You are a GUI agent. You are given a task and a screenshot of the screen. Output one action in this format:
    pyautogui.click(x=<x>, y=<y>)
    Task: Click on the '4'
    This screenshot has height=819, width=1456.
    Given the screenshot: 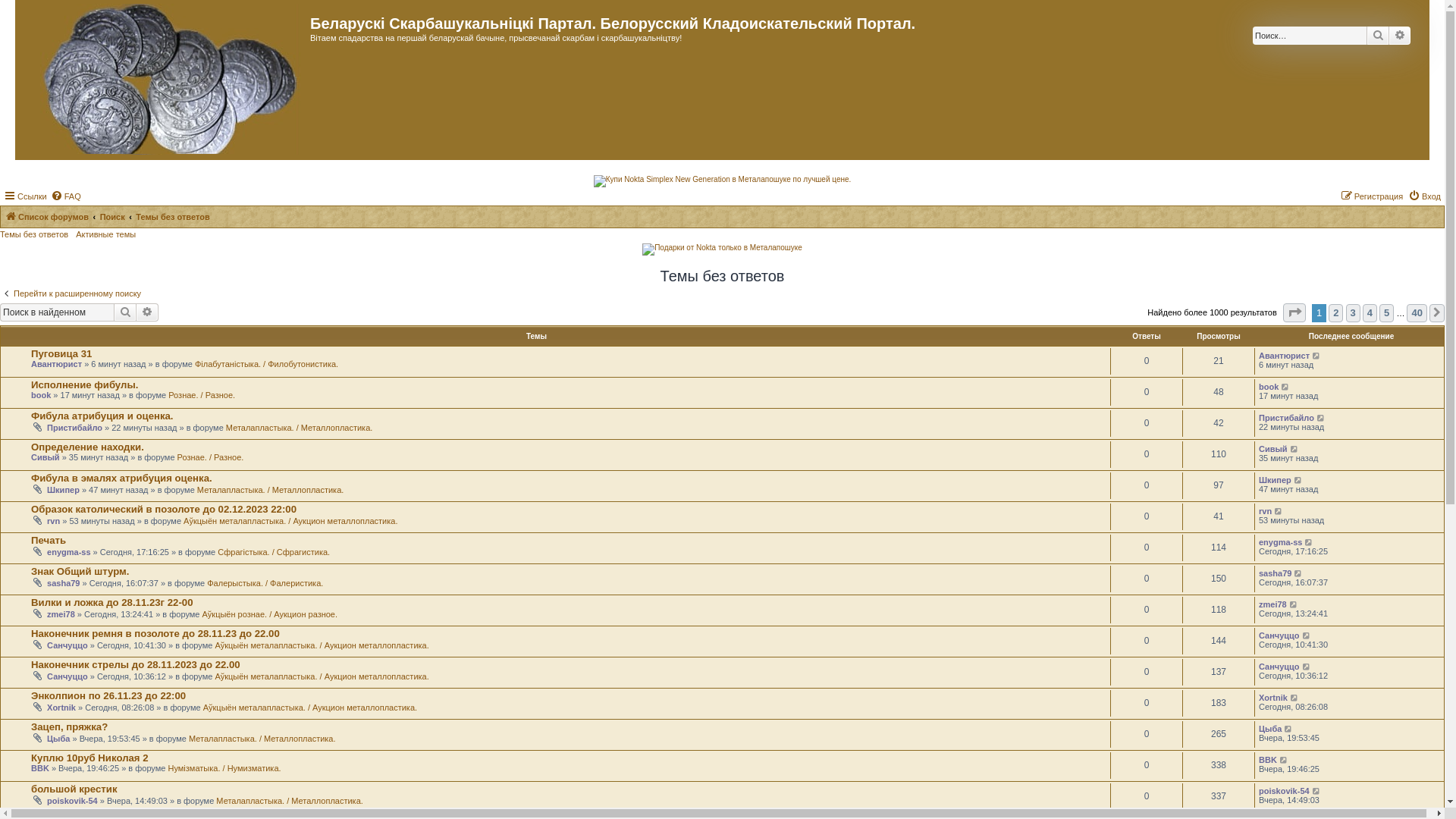 What is the action you would take?
    pyautogui.click(x=1362, y=312)
    